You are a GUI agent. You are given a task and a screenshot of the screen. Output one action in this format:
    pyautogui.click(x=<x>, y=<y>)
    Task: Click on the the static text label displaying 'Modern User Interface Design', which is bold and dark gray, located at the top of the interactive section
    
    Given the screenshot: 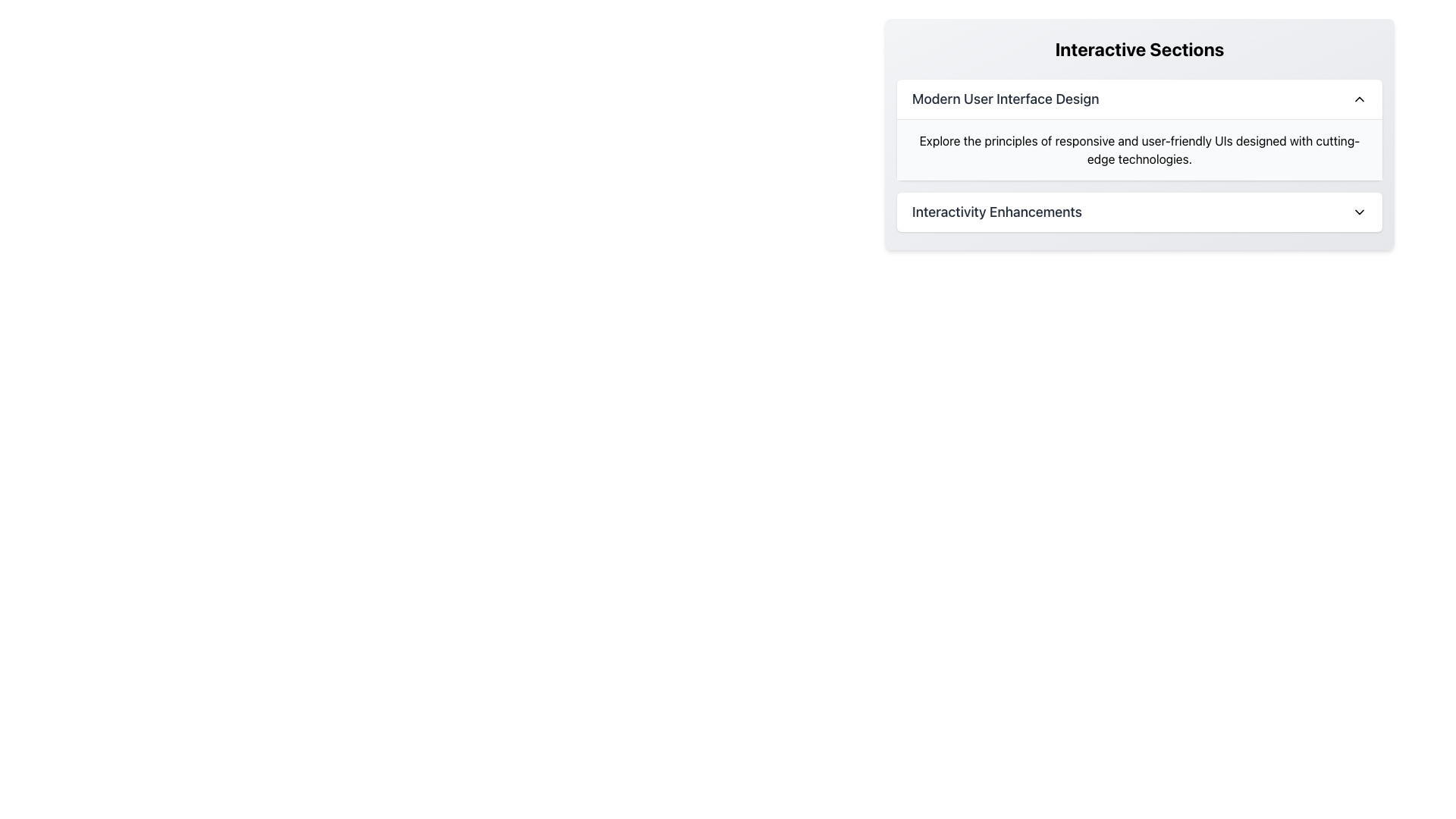 What is the action you would take?
    pyautogui.click(x=1006, y=99)
    